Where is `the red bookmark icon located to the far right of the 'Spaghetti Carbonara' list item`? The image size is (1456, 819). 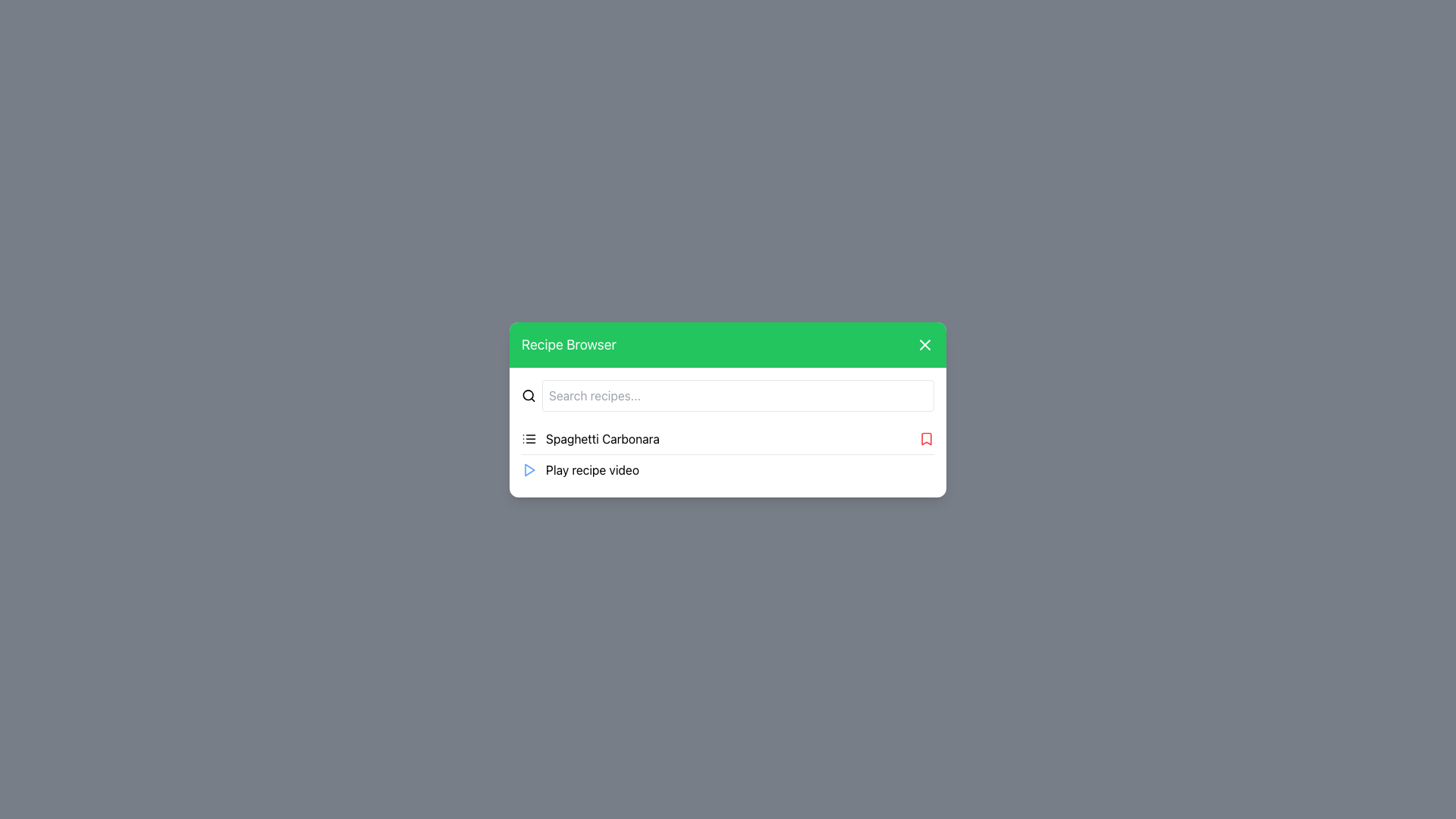
the red bookmark icon located to the far right of the 'Spaghetti Carbonara' list item is located at coordinates (926, 438).